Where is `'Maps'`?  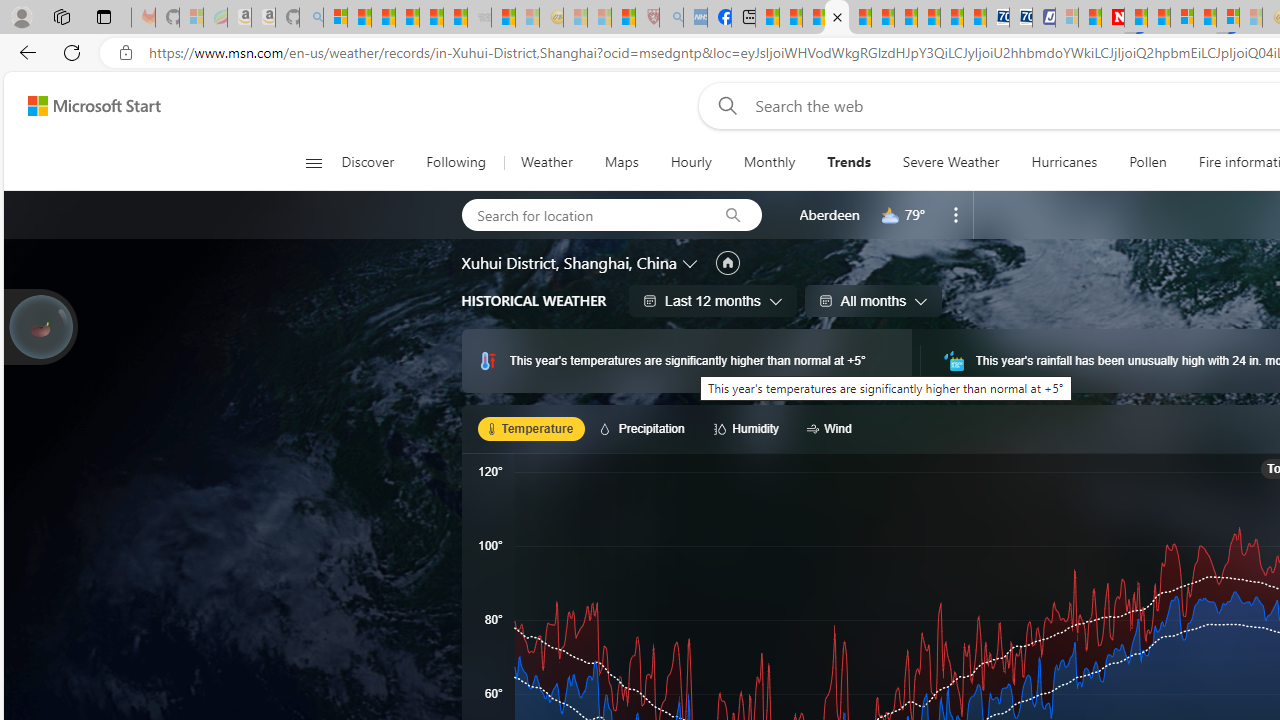
'Maps' is located at coordinates (620, 162).